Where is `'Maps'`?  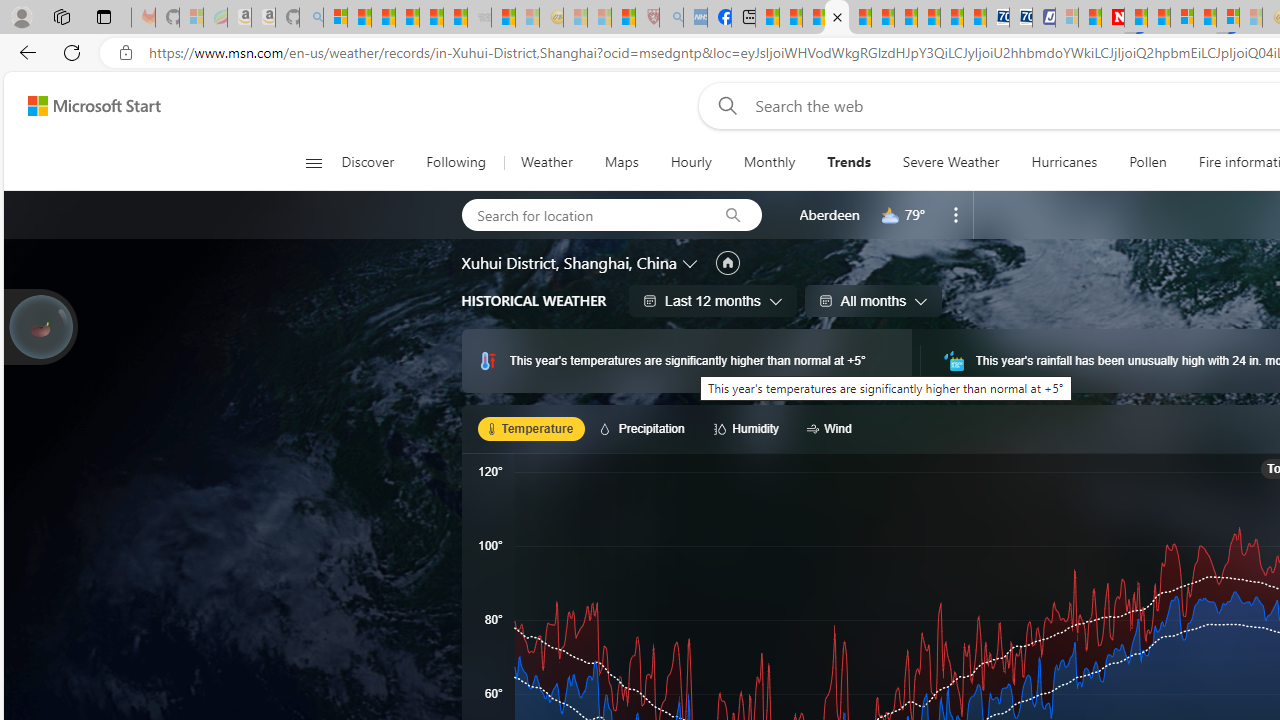
'Maps' is located at coordinates (620, 162).